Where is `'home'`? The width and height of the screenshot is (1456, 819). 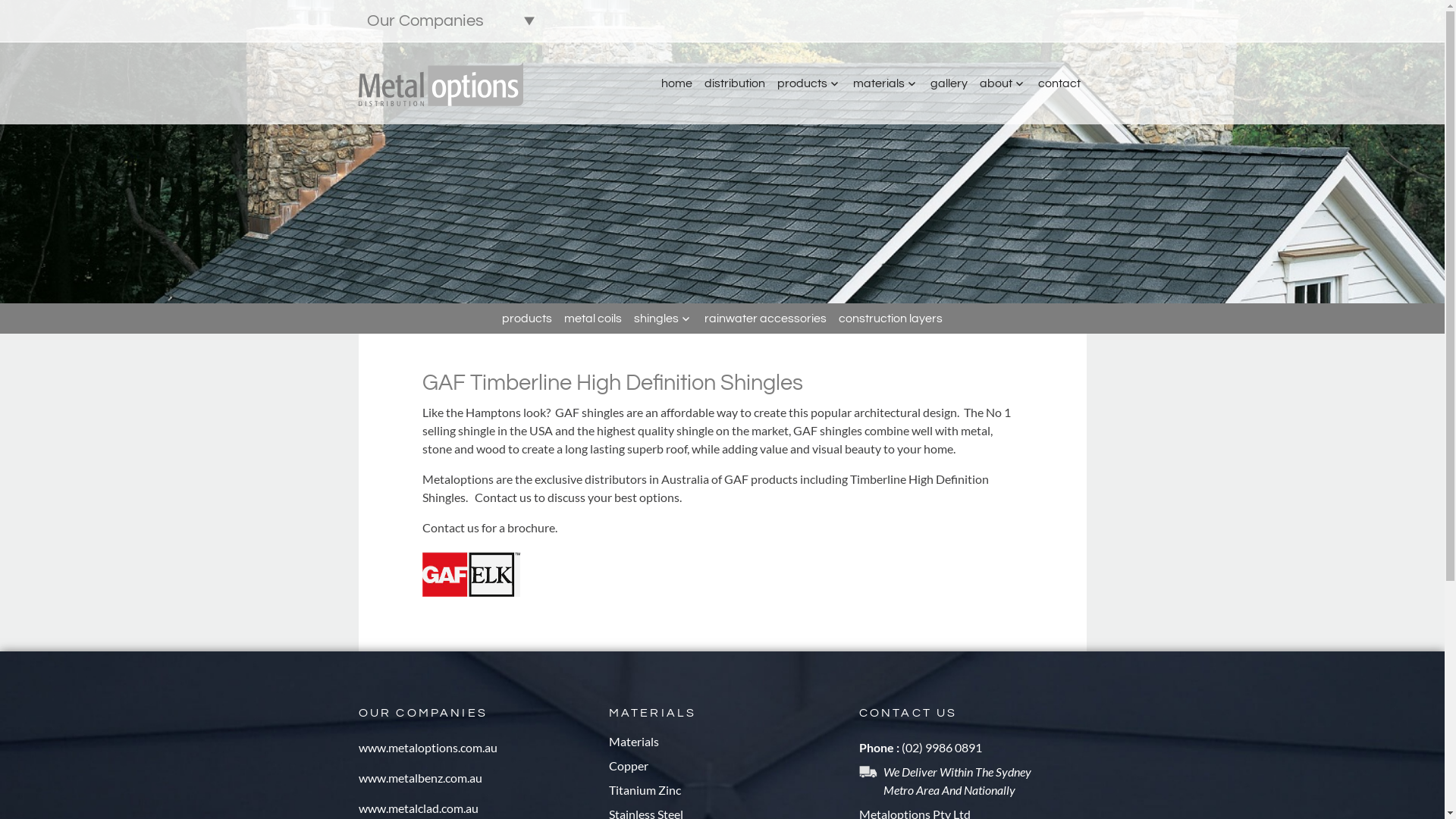
'home' is located at coordinates (676, 83).